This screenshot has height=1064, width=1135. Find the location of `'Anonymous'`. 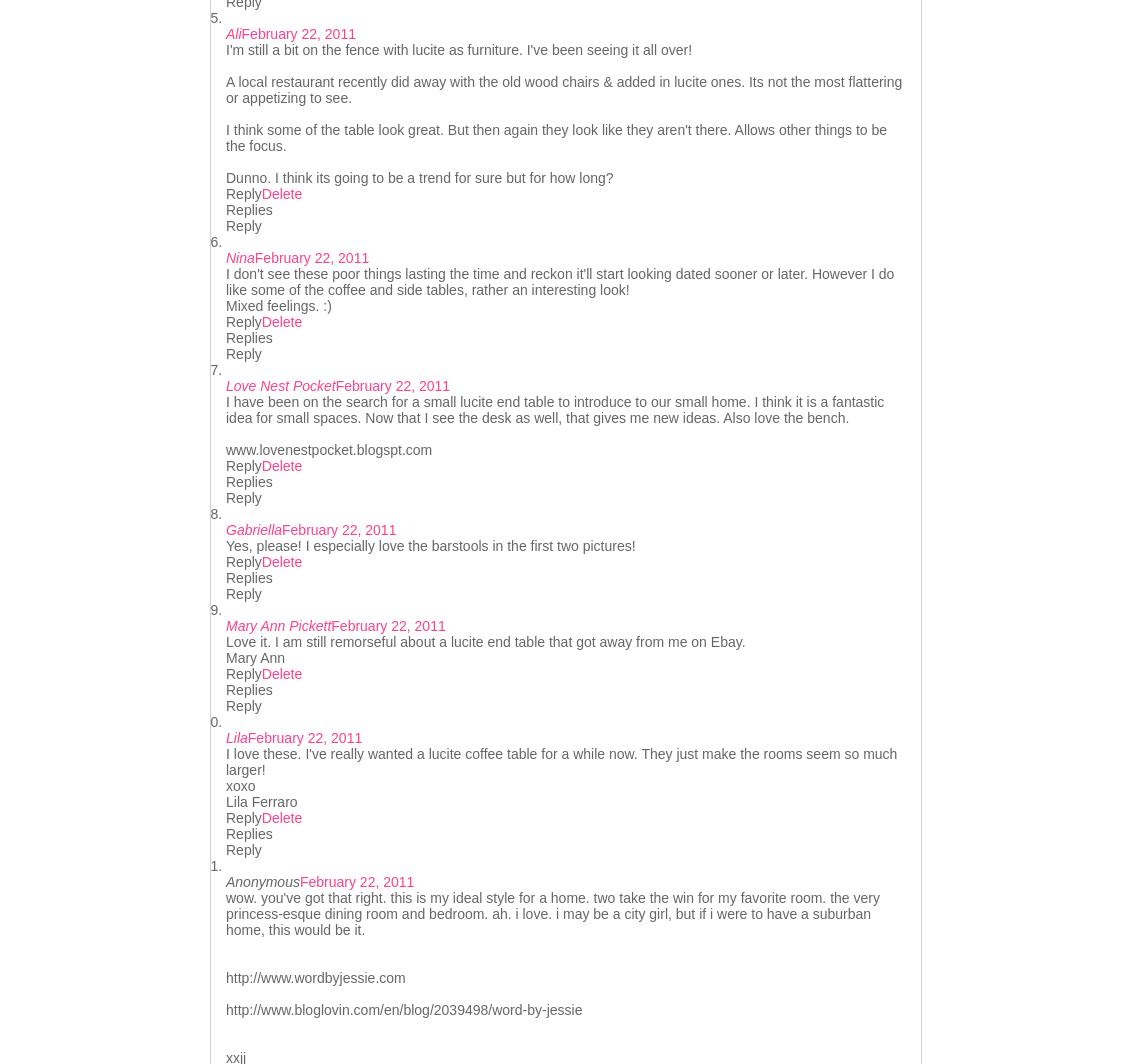

'Anonymous' is located at coordinates (262, 881).